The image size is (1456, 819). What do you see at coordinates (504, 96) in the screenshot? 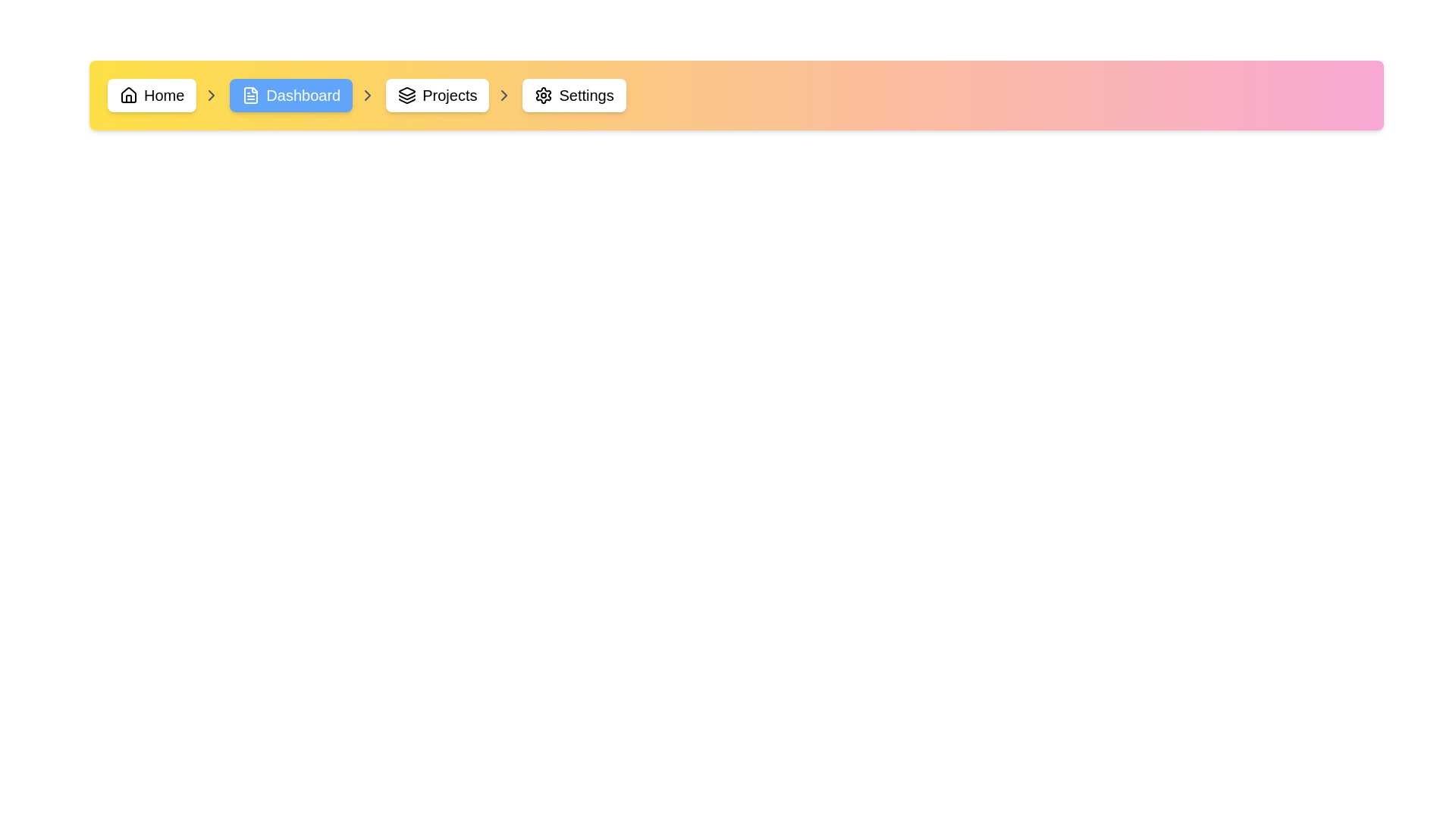
I see `the rightward-pointing chevron icon in the navigation bar` at bounding box center [504, 96].